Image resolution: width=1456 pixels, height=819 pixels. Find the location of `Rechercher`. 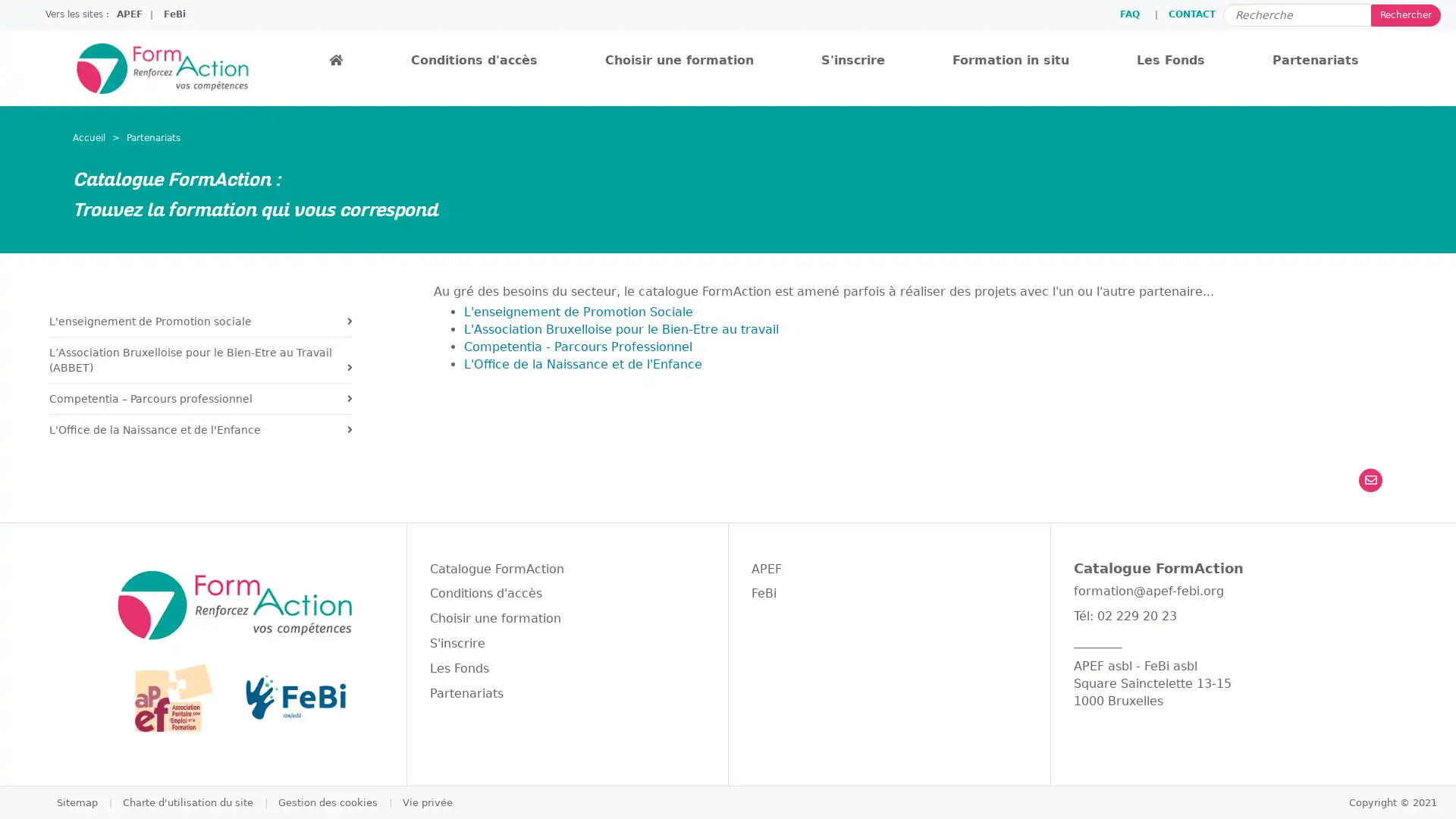

Rechercher is located at coordinates (1404, 14).